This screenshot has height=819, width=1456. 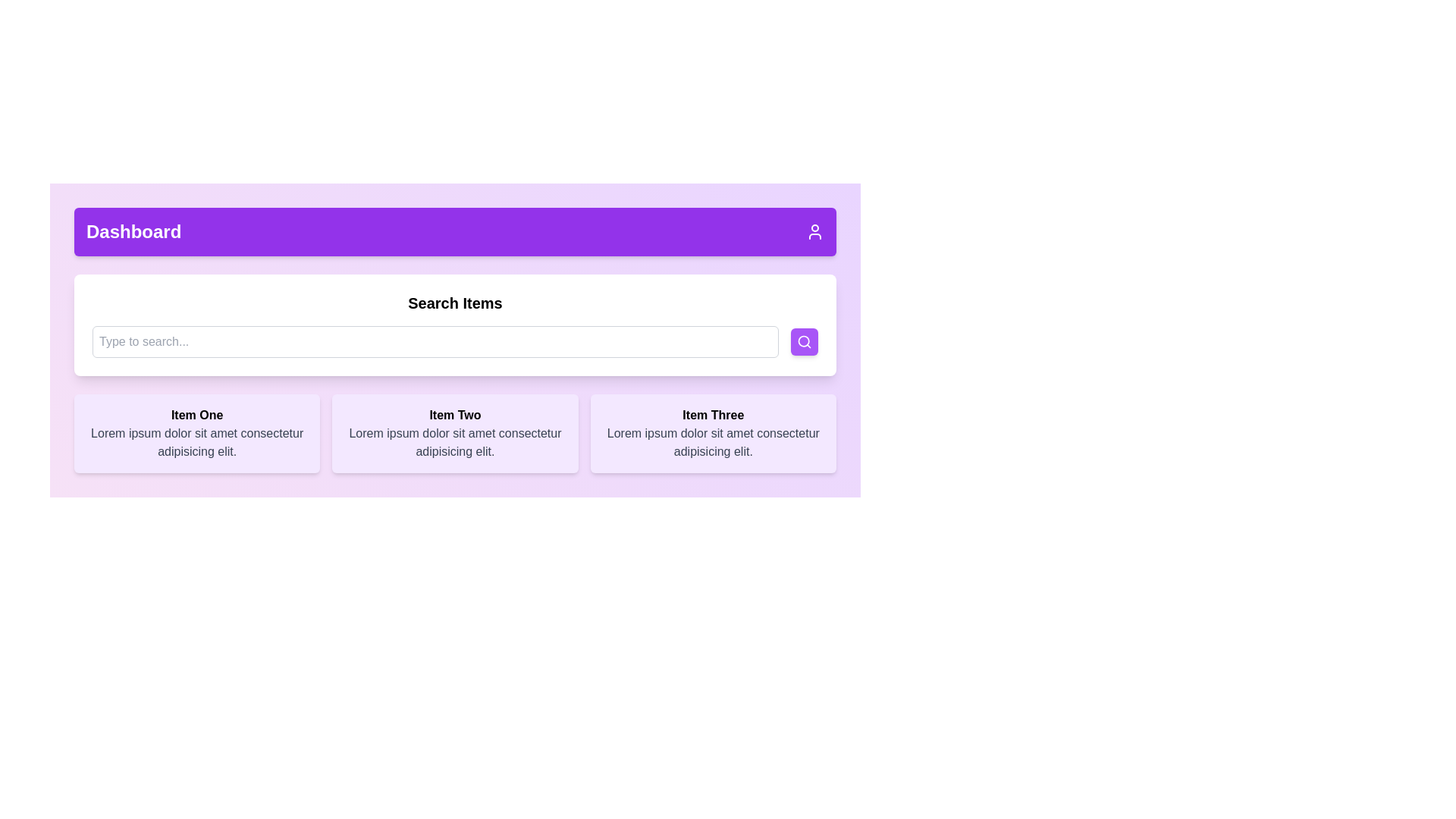 What do you see at coordinates (454, 433) in the screenshot?
I see `the Box Component titled 'Item Two', which features a soft purple background and descriptive text centered within it` at bounding box center [454, 433].